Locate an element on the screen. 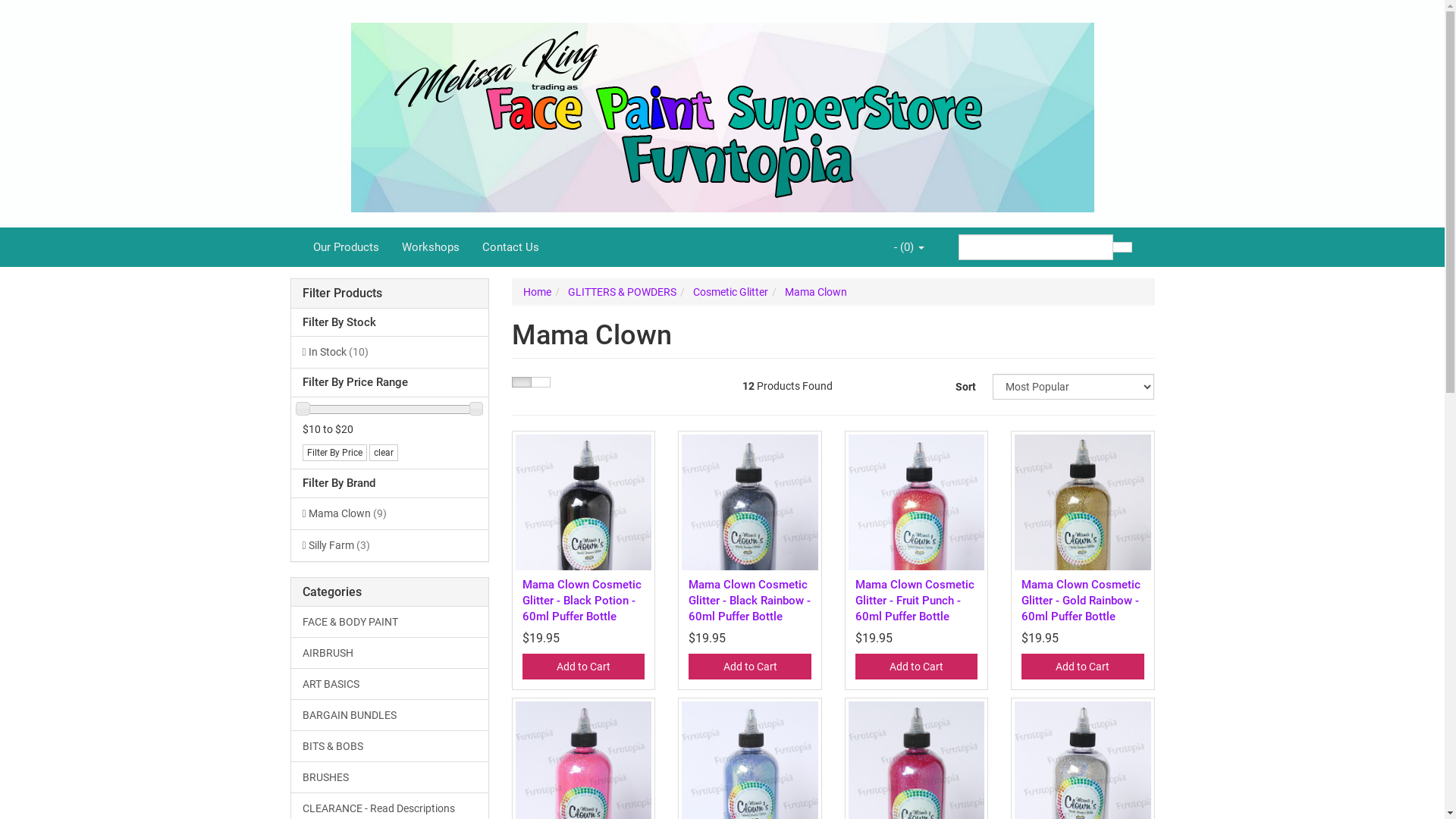 This screenshot has height=819, width=1456. 'Our Products' is located at coordinates (345, 246).